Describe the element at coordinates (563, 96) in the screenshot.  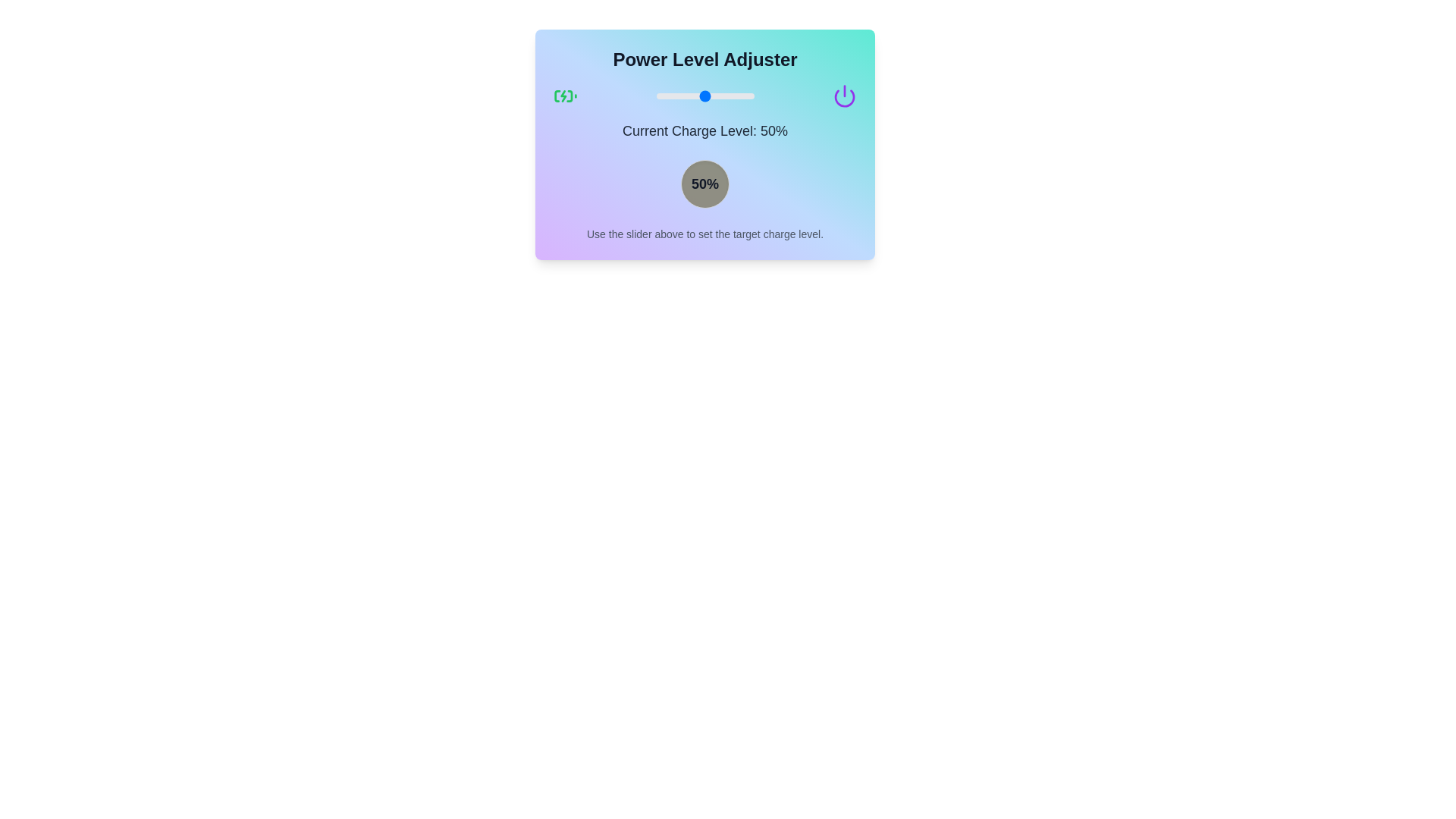
I see `the lightning bolt icon that is part of the battery charging icon, styled in green and centrally positioned within the battery outline` at that location.